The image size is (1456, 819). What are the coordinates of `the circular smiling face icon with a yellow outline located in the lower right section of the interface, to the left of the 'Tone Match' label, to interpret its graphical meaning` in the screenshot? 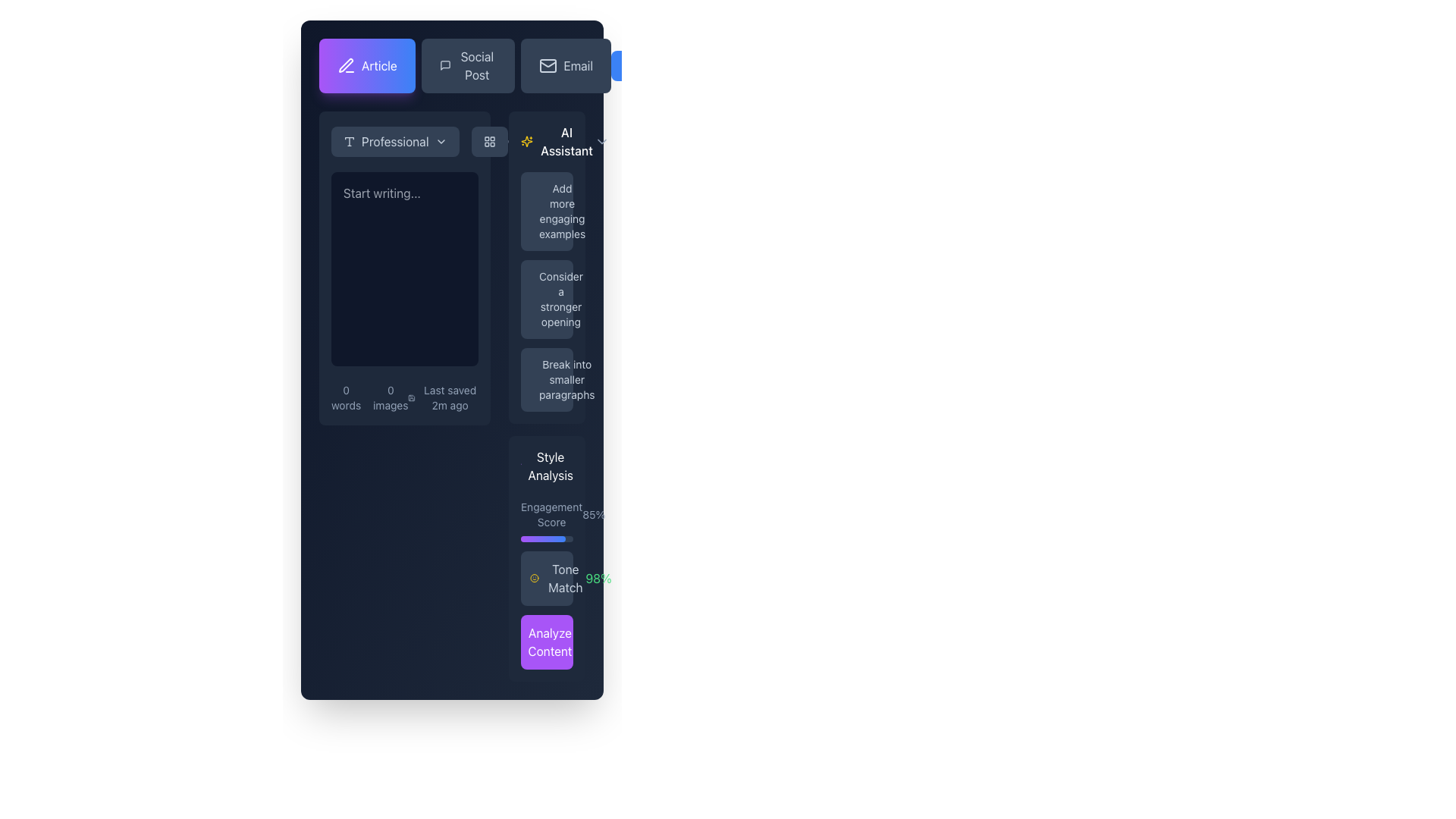 It's located at (535, 579).